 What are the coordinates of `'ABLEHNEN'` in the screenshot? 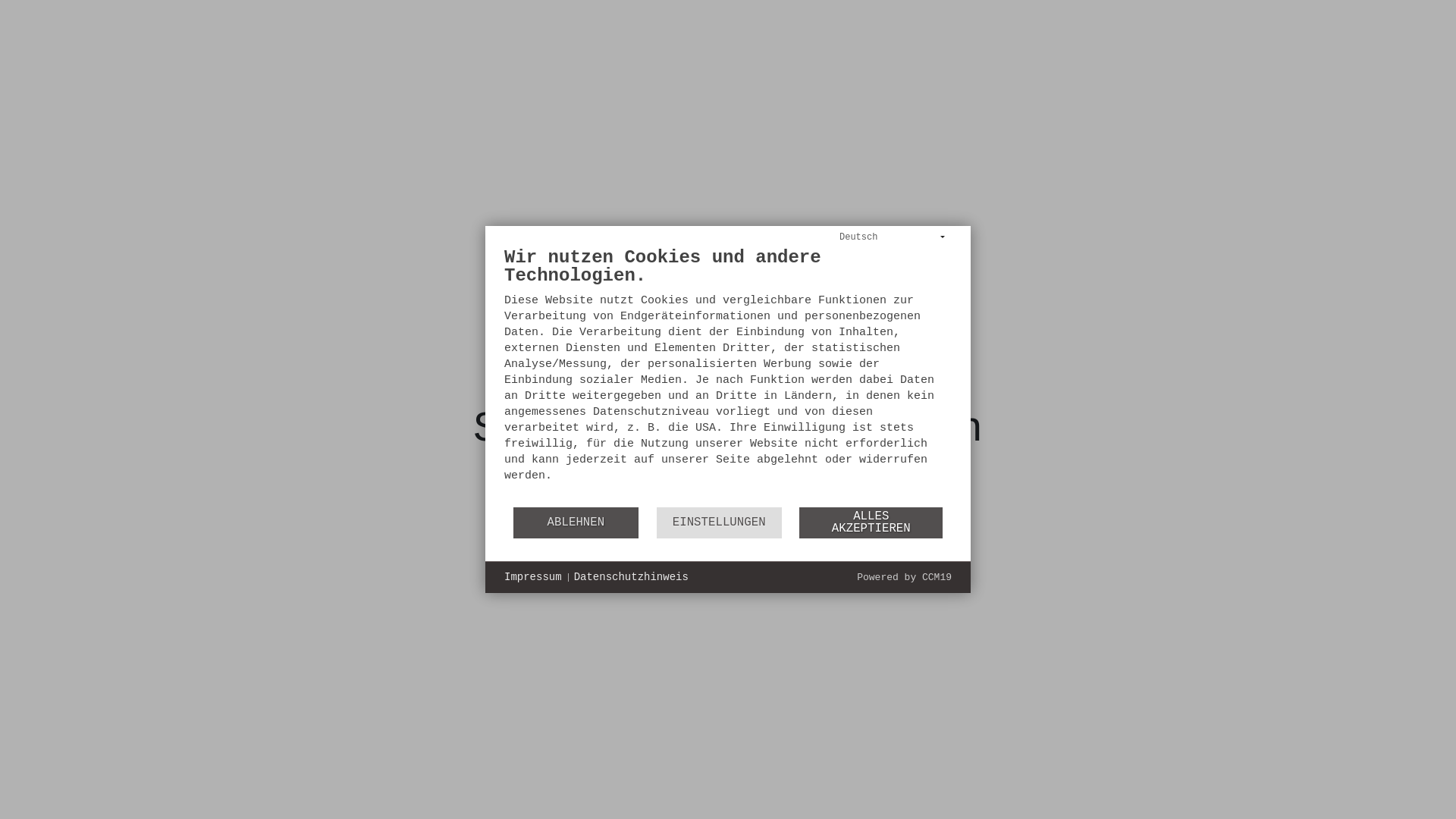 It's located at (513, 522).